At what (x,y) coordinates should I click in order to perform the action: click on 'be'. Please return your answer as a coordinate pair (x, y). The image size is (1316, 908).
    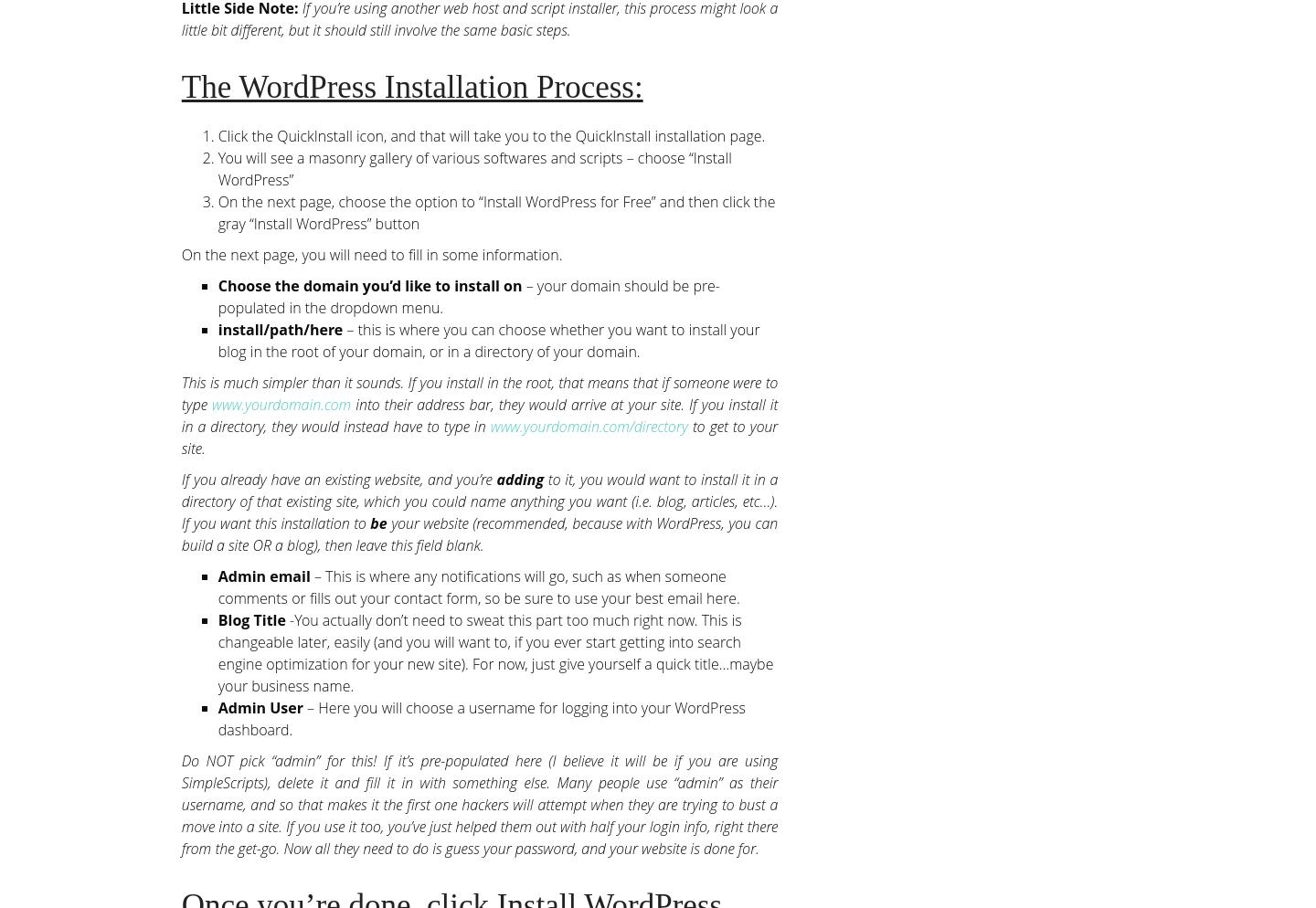
    Looking at the image, I should click on (377, 523).